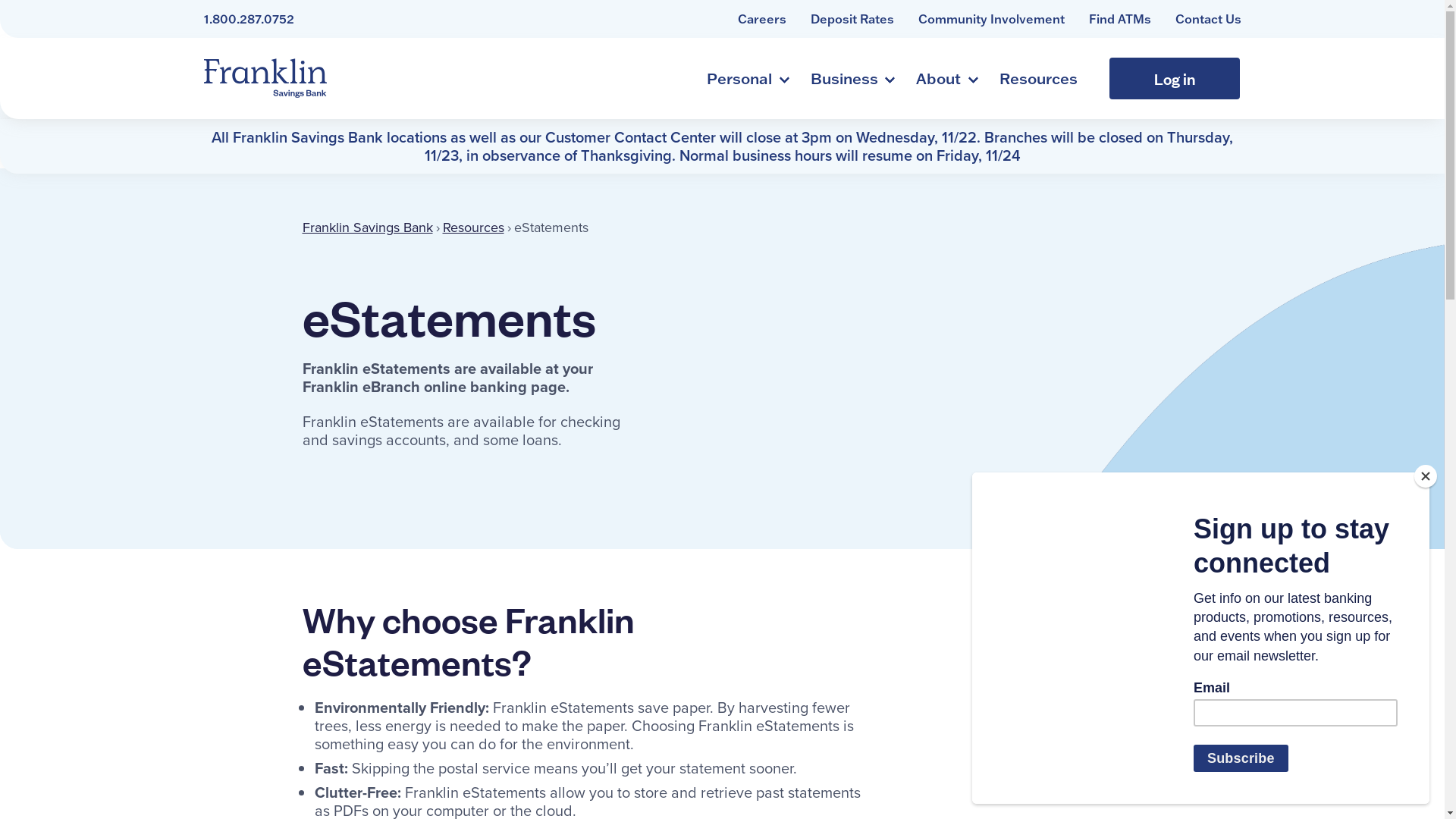 This screenshot has width=1456, height=819. What do you see at coordinates (852, 18) in the screenshot?
I see `'Deposit Rates'` at bounding box center [852, 18].